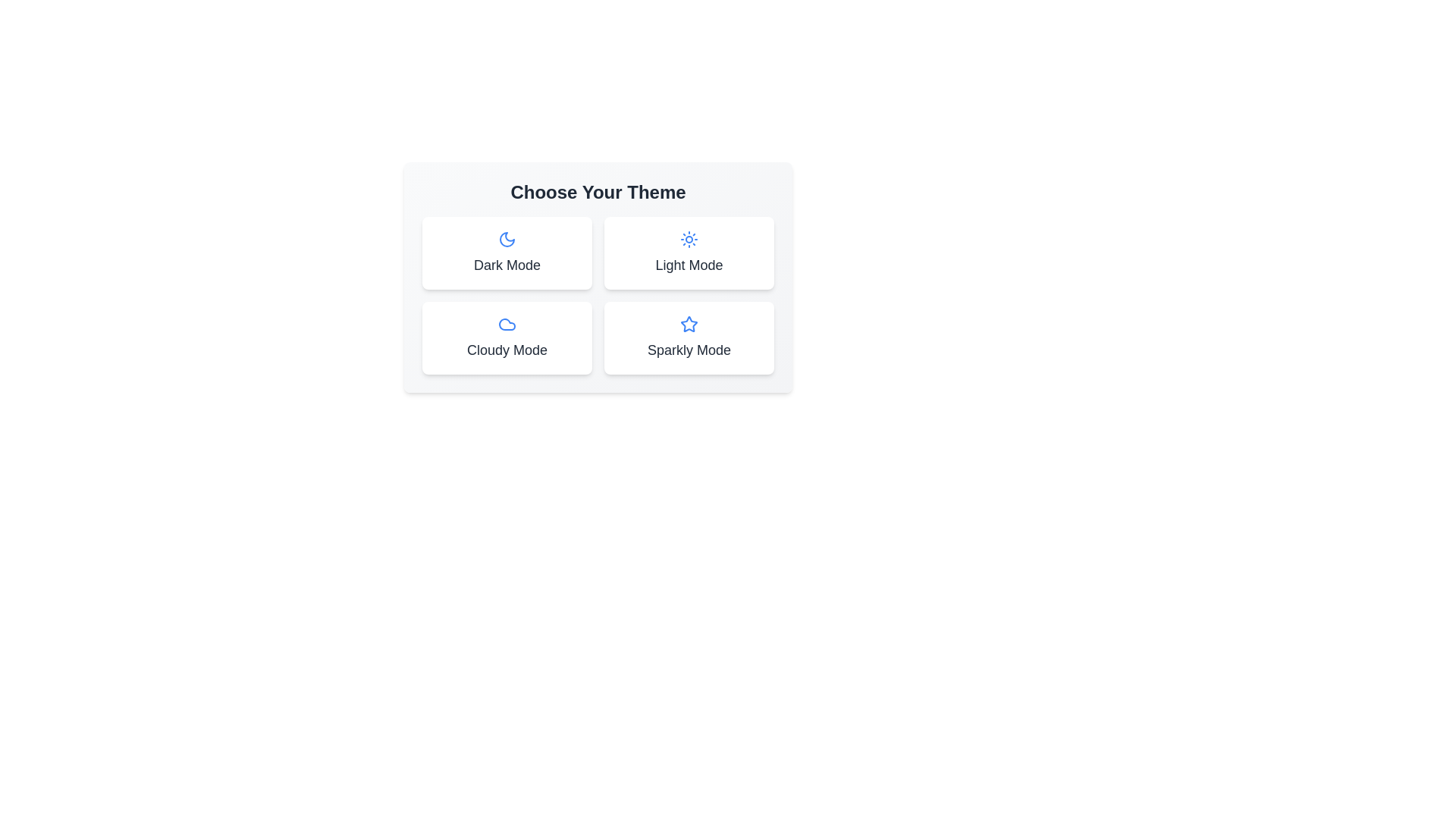  What do you see at coordinates (507, 265) in the screenshot?
I see `the Text Label that describes the 'Dark Mode' theme selection, located below the crescent moon icon in the theme options grid` at bounding box center [507, 265].